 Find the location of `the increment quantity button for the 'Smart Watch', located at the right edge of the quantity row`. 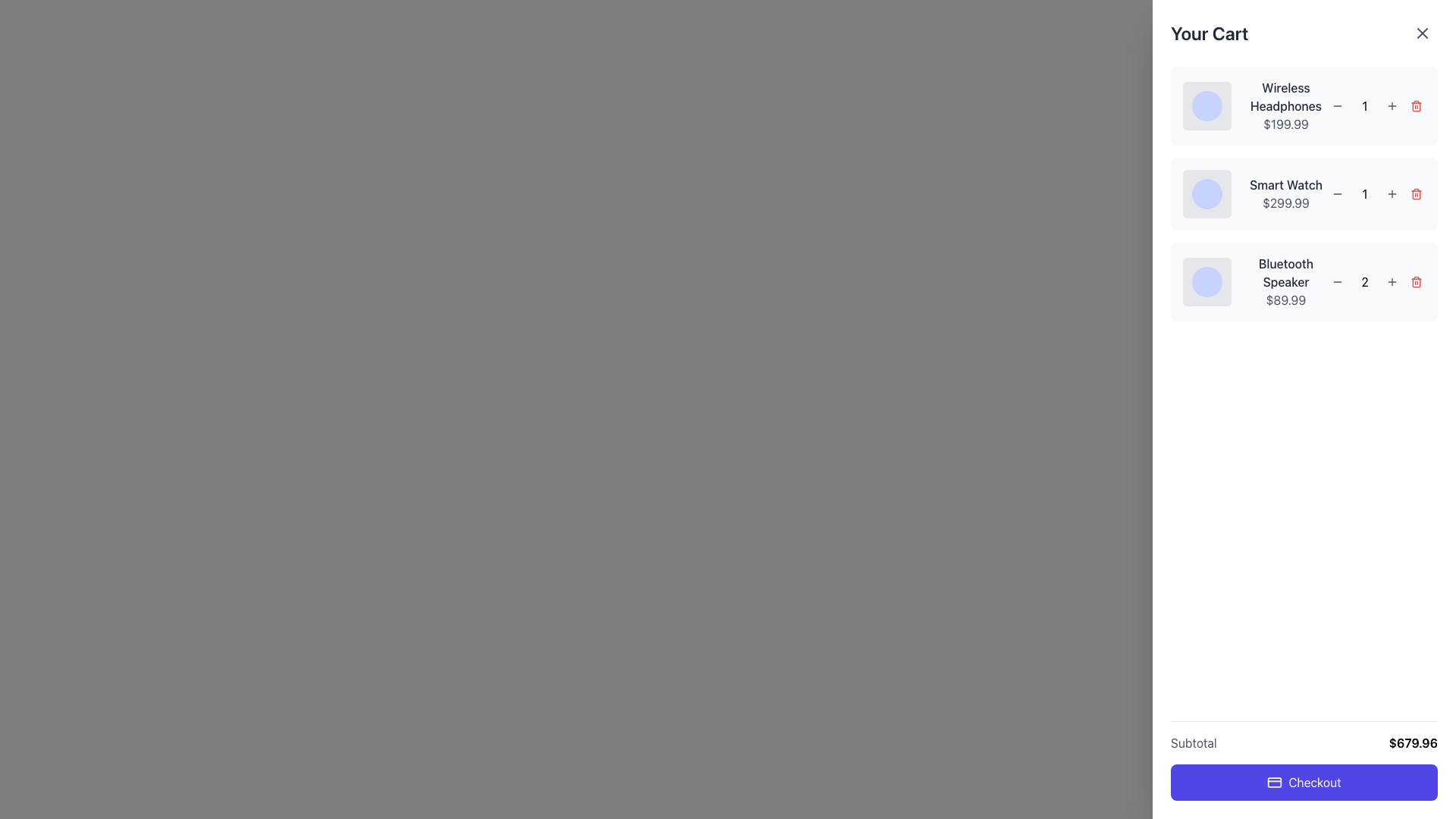

the increment quantity button for the 'Smart Watch', located at the right edge of the quantity row is located at coordinates (1392, 193).